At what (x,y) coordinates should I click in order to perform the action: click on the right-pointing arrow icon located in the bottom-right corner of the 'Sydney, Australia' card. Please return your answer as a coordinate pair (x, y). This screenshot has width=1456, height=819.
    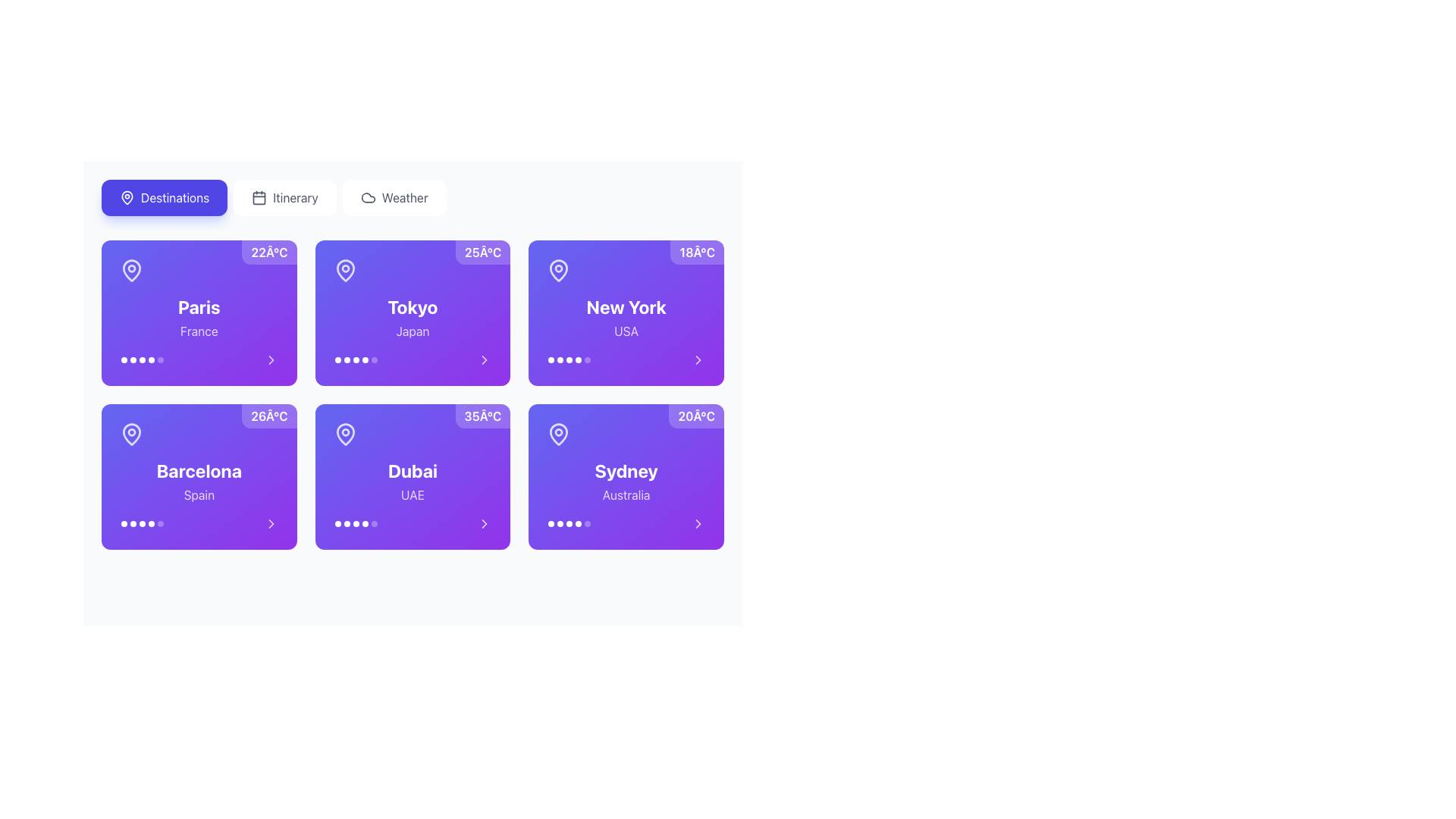
    Looking at the image, I should click on (698, 522).